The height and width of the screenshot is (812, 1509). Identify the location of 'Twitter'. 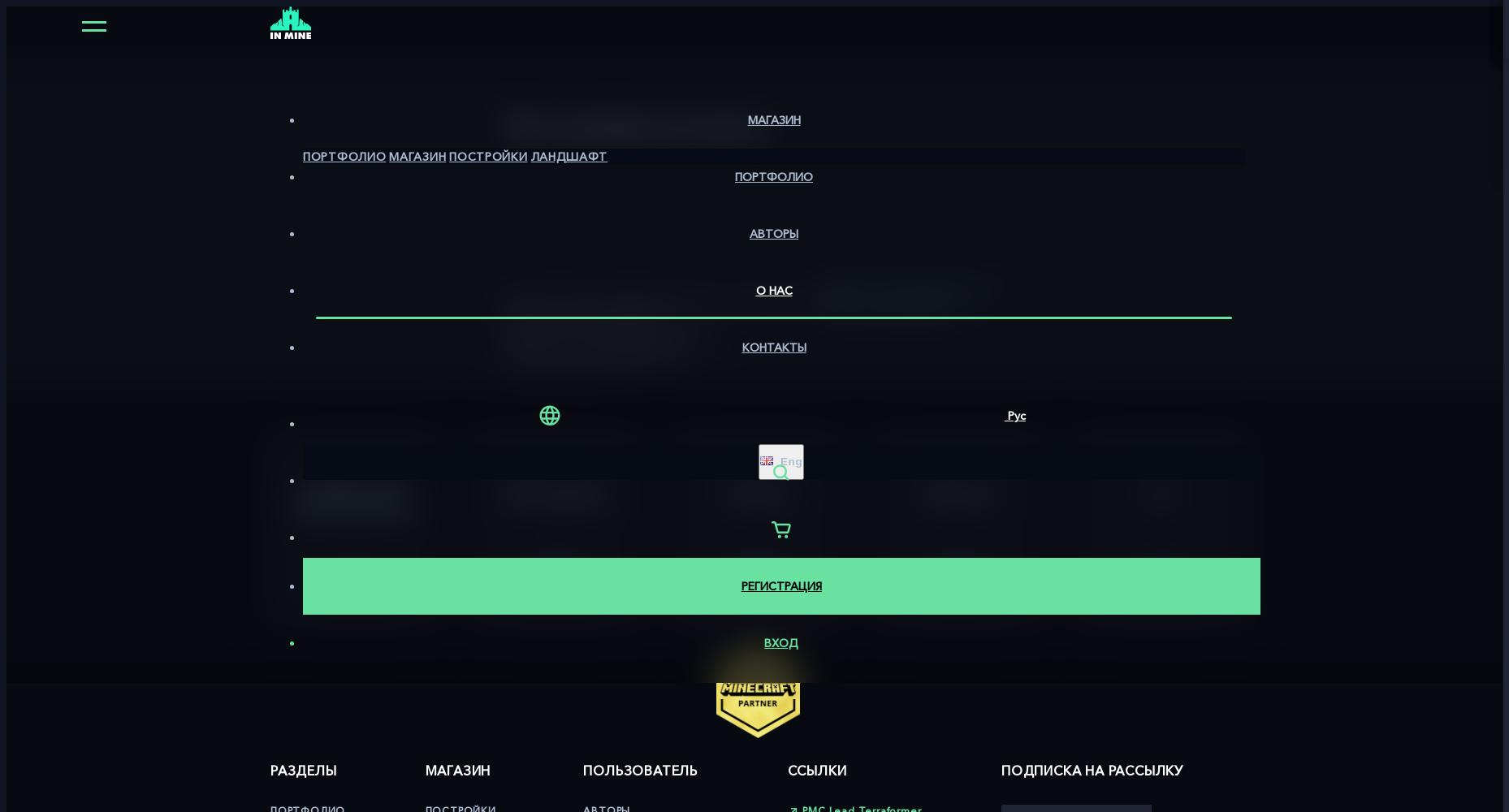
(756, 490).